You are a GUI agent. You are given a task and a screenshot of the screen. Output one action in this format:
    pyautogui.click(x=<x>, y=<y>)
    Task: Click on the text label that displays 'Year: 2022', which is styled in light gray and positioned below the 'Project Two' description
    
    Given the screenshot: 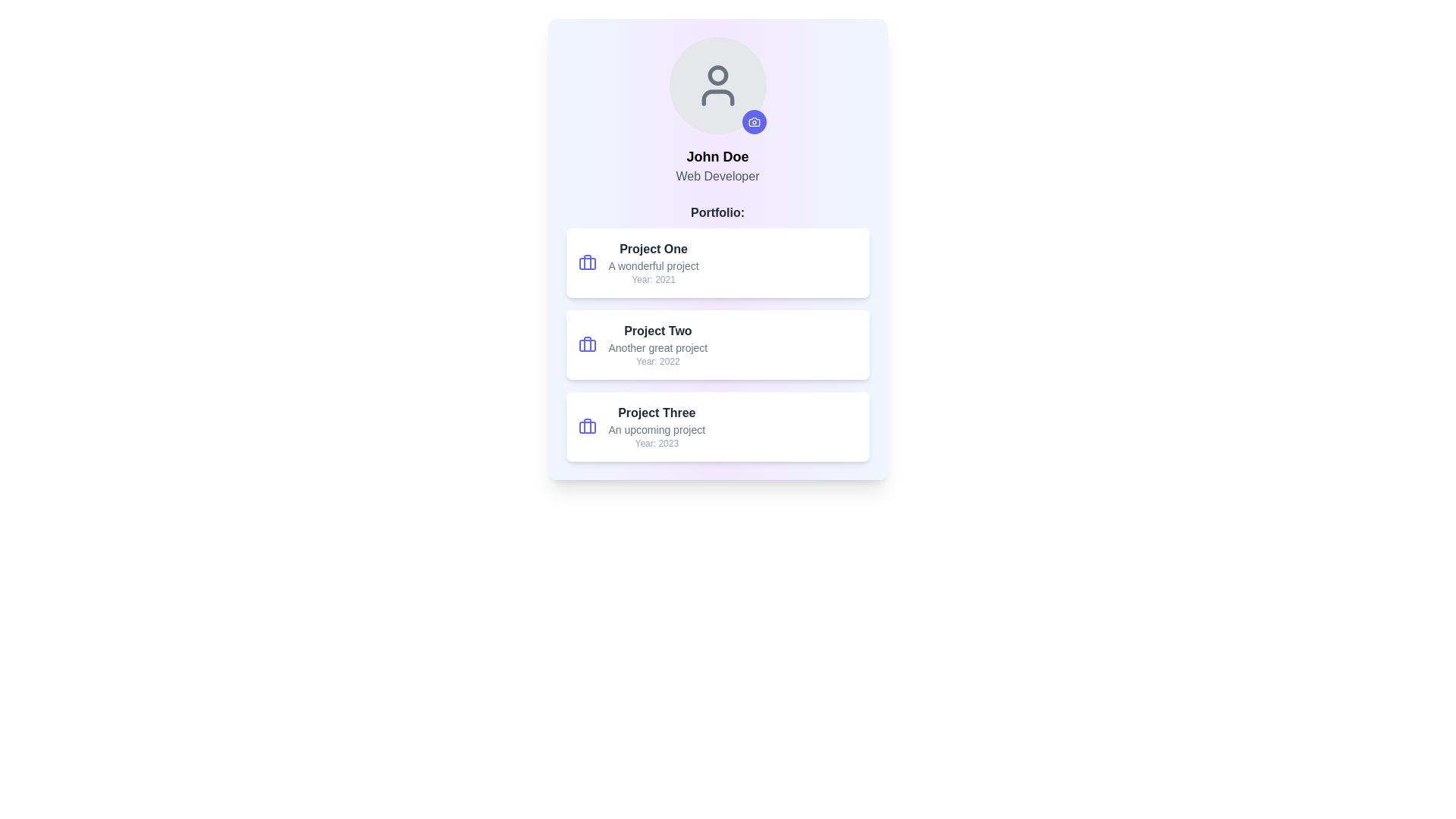 What is the action you would take?
    pyautogui.click(x=657, y=362)
    